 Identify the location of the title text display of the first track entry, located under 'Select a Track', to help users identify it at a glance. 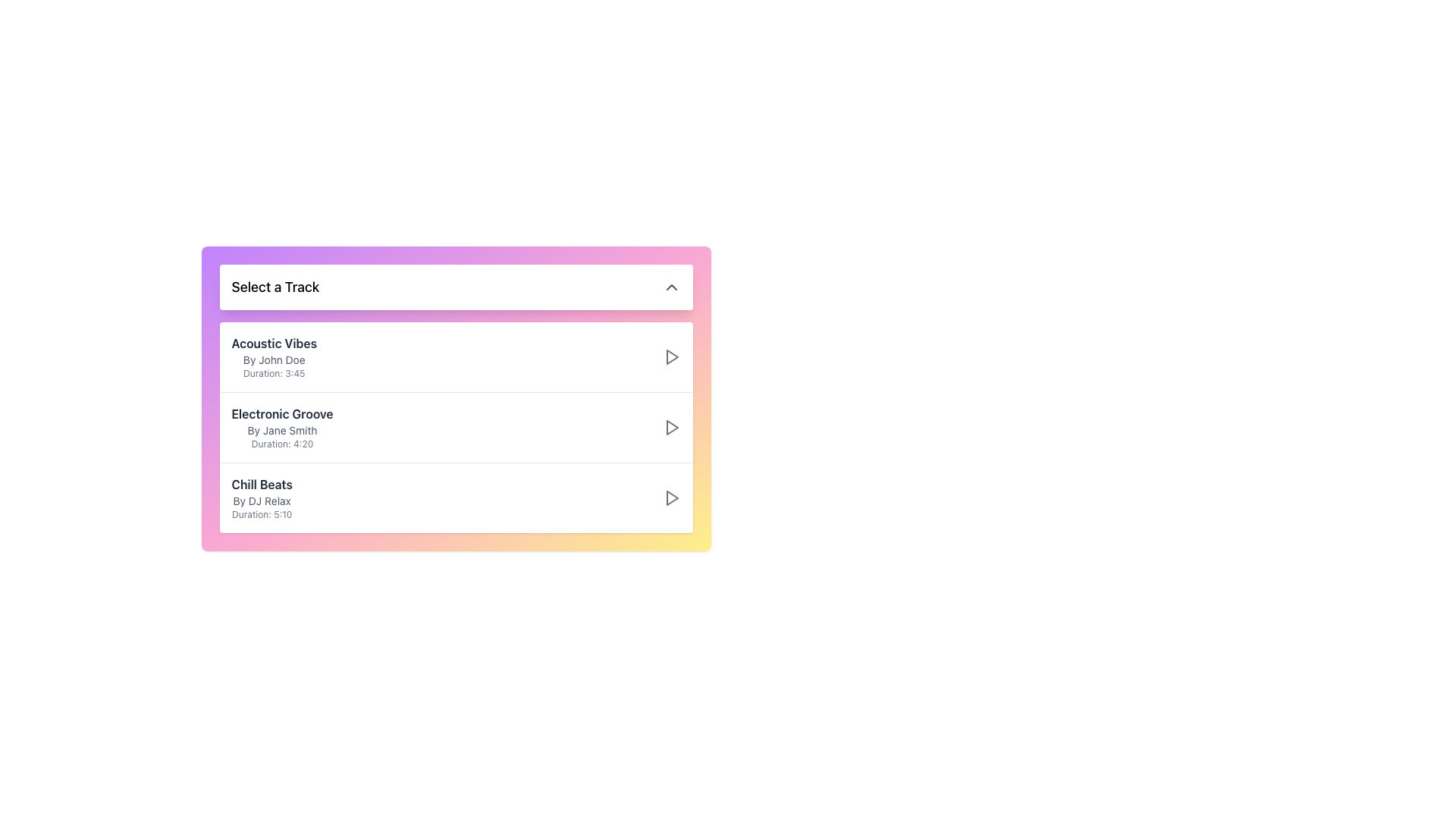
(274, 343).